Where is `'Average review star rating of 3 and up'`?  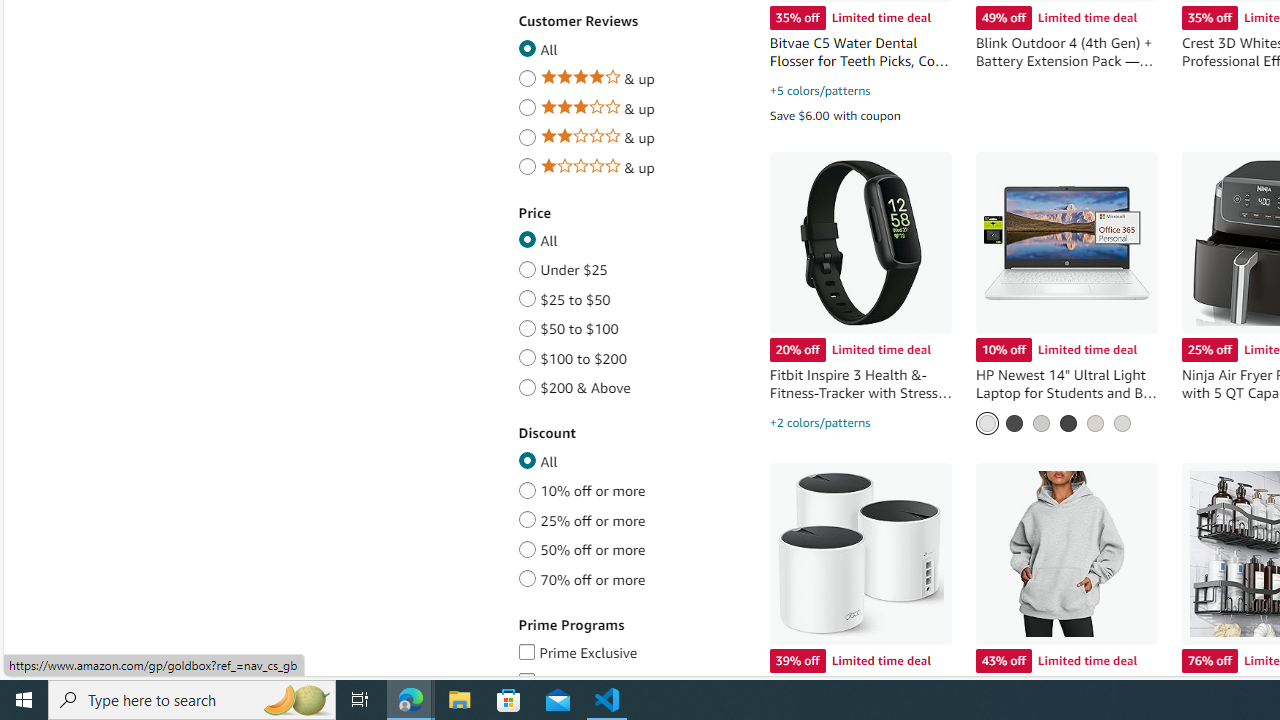
'Average review star rating of 3 and up' is located at coordinates (527, 104).